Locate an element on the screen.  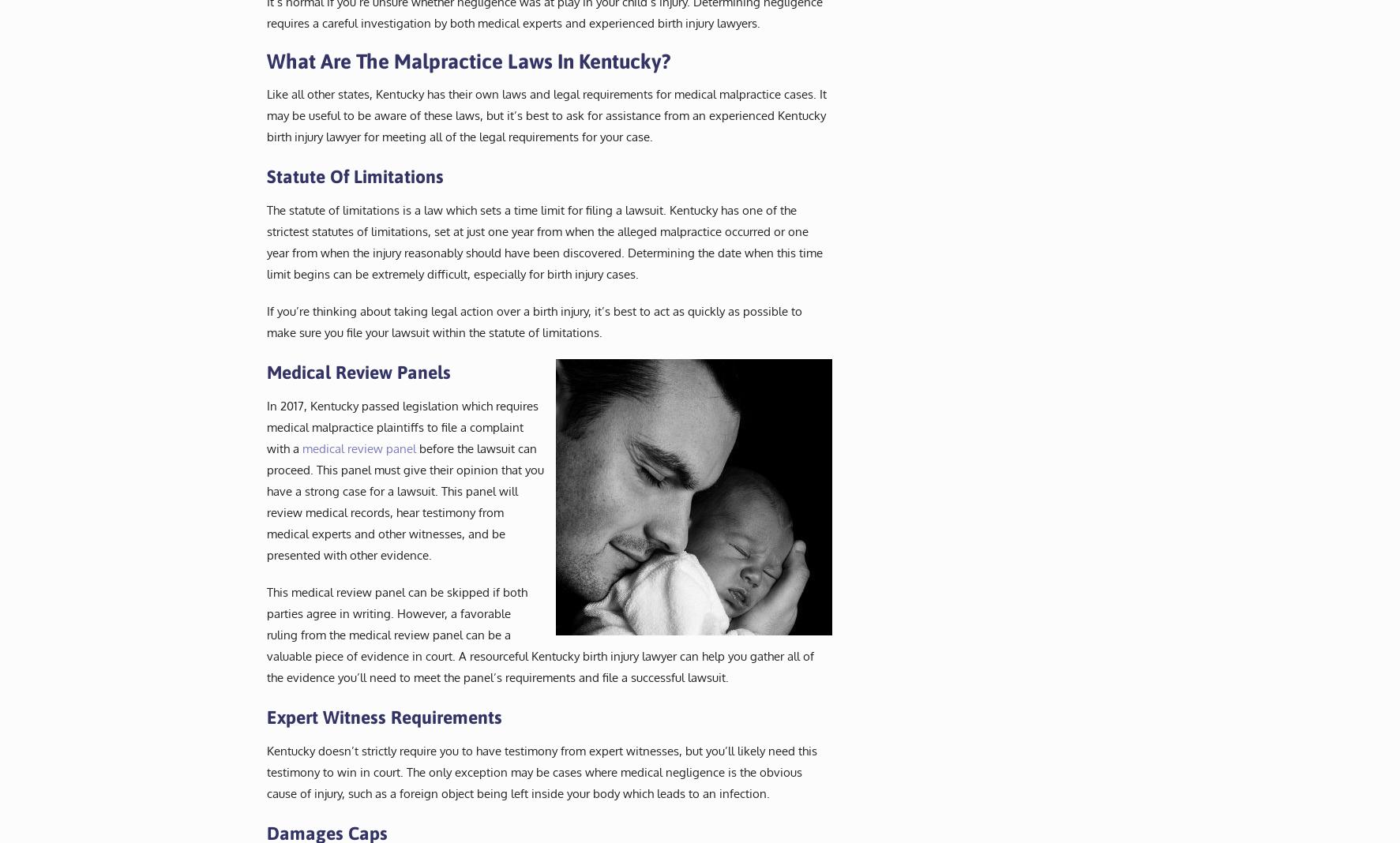
'Expert Witness Requirements' is located at coordinates (382, 716).